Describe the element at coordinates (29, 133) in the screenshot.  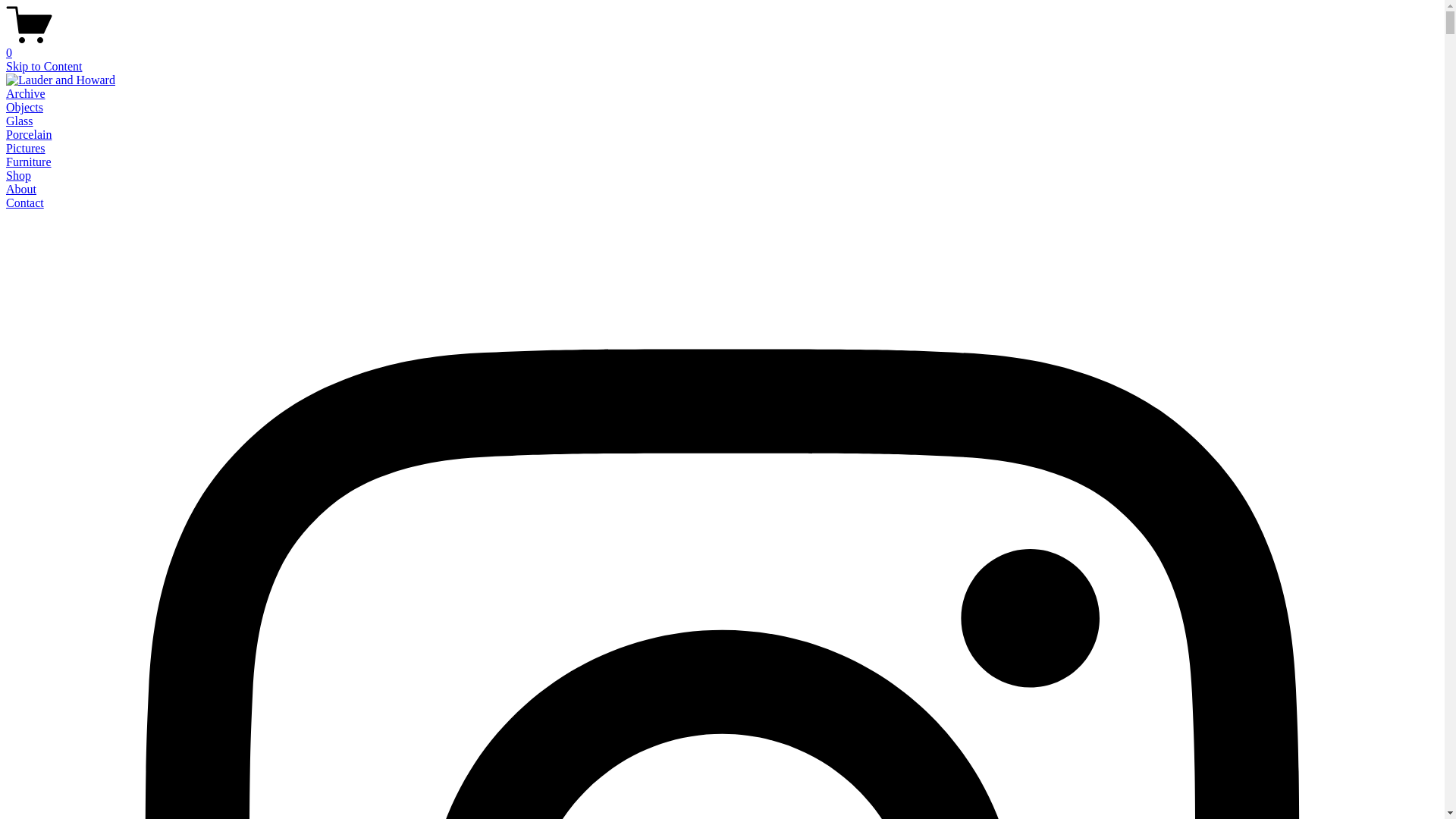
I see `'Porcelain'` at that location.